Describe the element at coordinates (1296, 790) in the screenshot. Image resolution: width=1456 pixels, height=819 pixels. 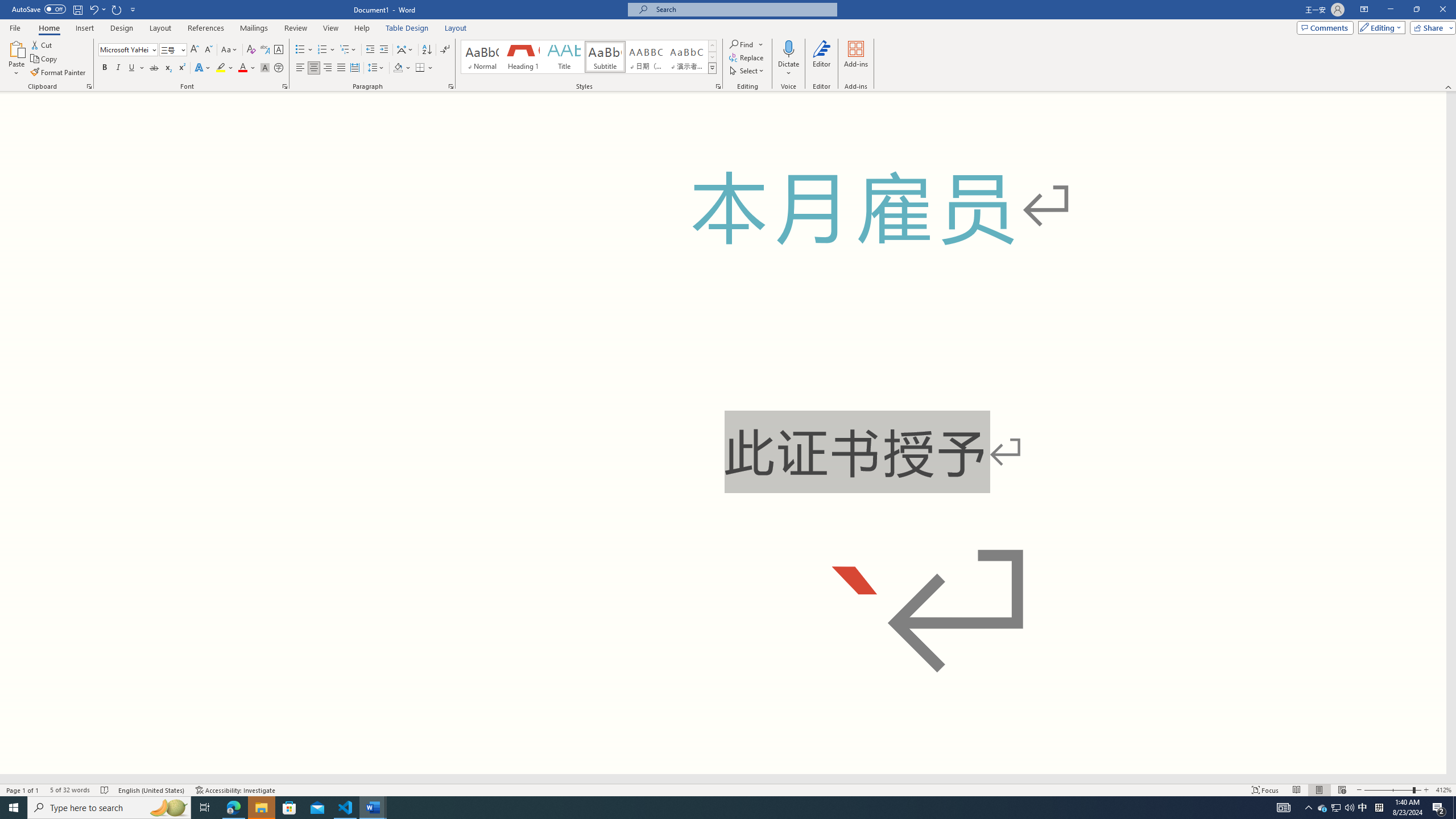
I see `'Read Mode'` at that location.